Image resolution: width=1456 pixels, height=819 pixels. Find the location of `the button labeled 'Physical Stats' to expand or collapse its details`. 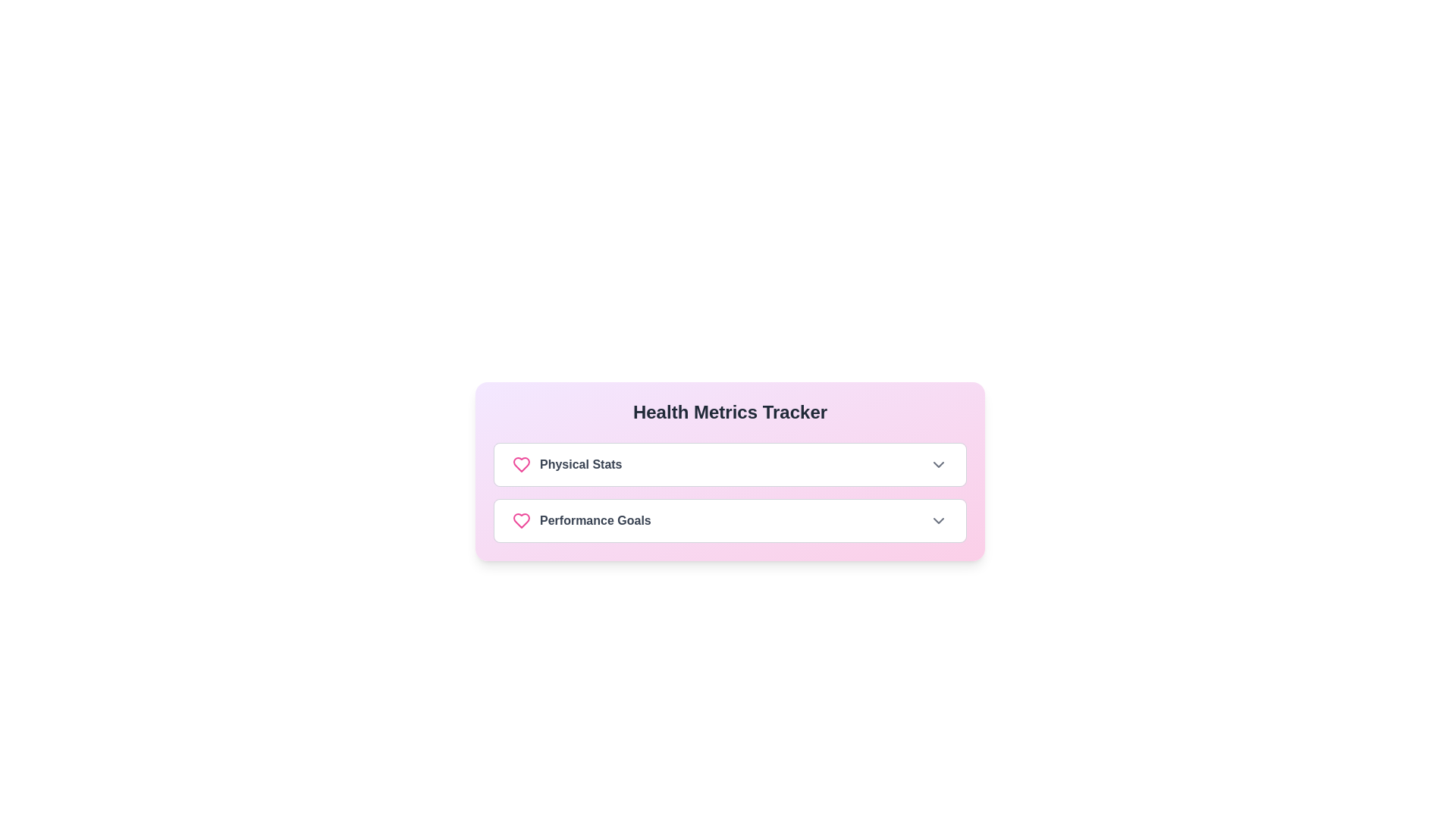

the button labeled 'Physical Stats' to expand or collapse its details is located at coordinates (730, 464).